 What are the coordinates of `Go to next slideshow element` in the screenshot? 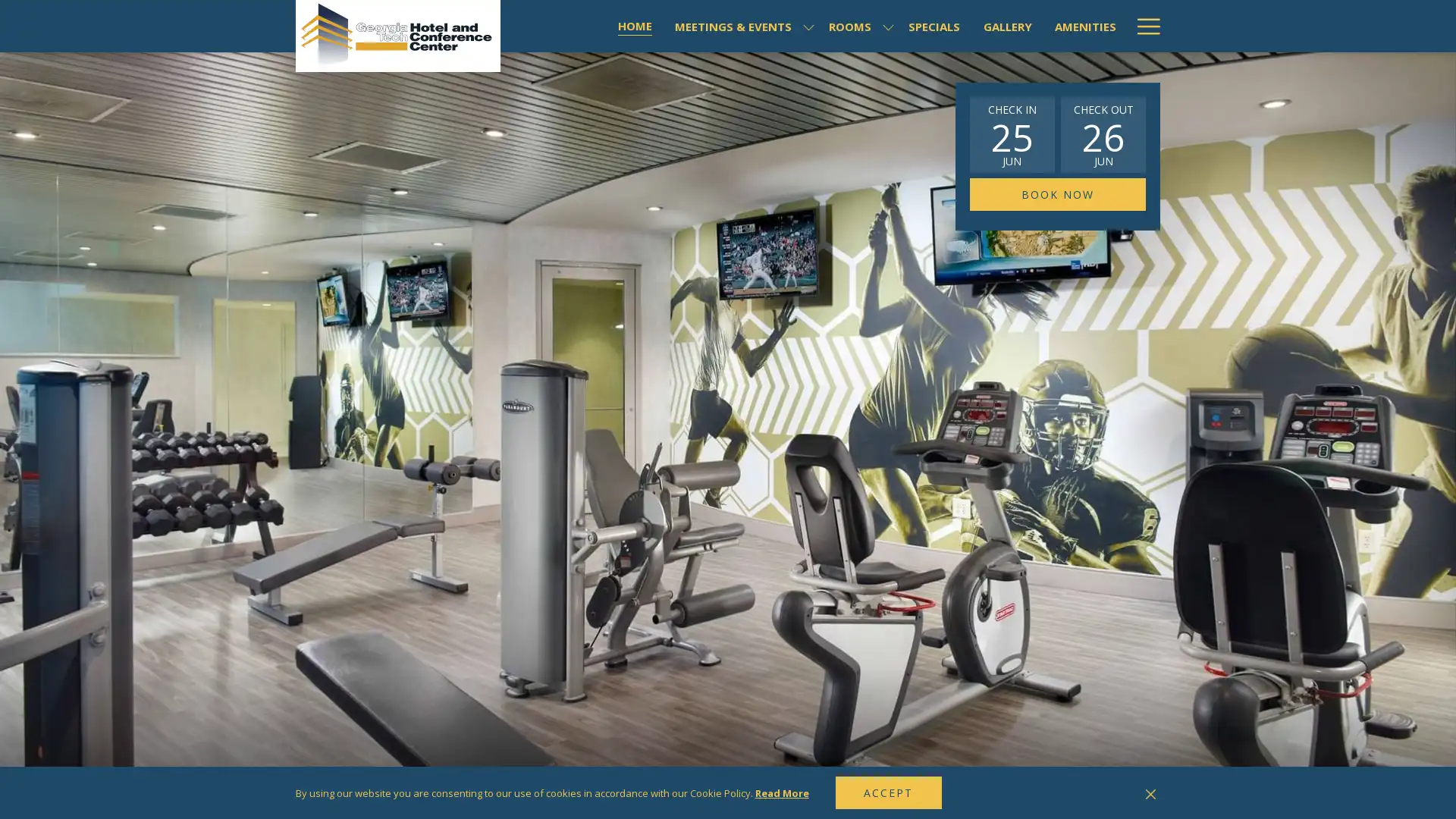 It's located at (1153, 794).